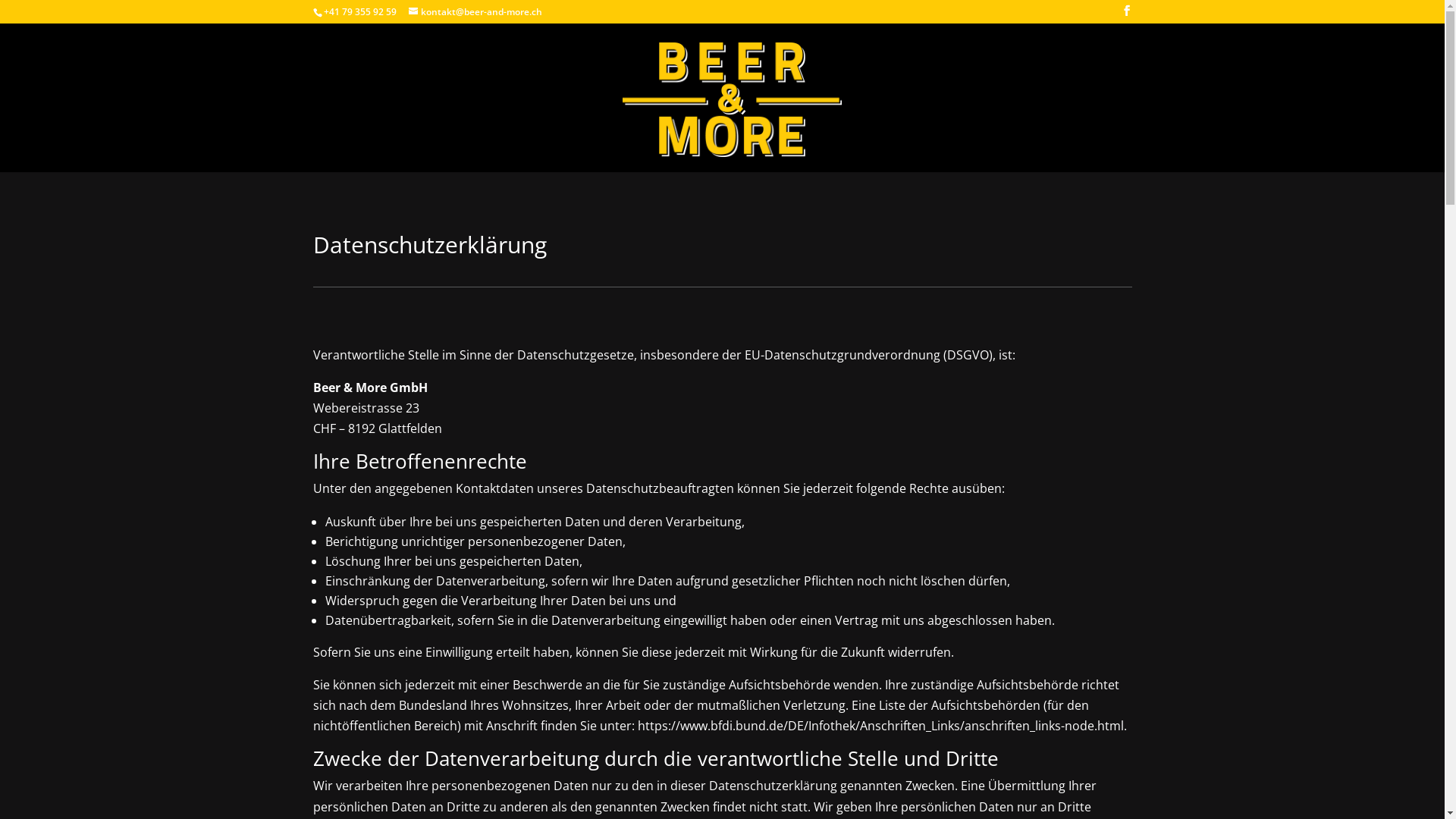  I want to click on 'kontakt@beer-and-more.ch', so click(473, 11).